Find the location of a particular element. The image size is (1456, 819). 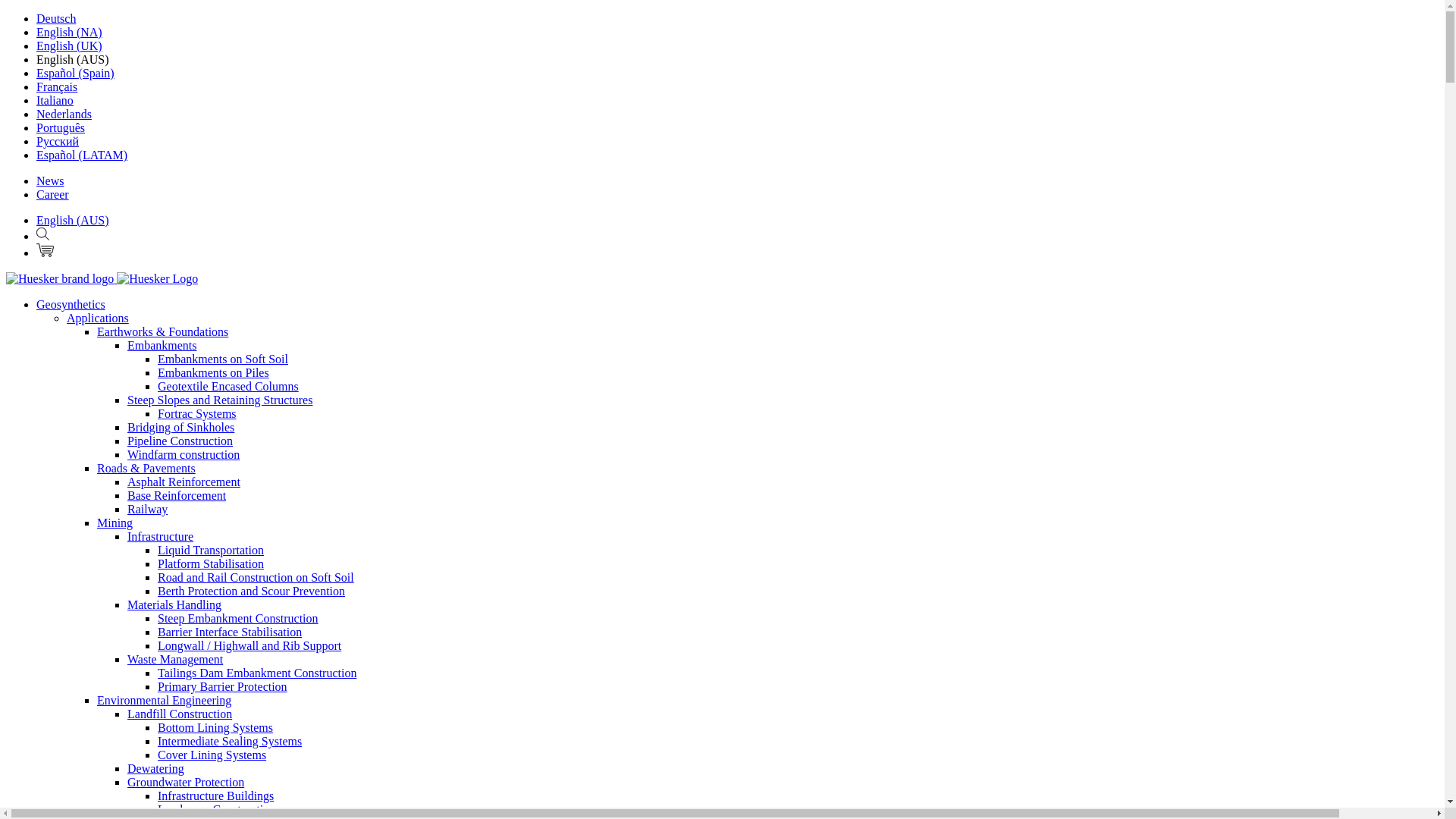

'Nederlands' is located at coordinates (63, 113).